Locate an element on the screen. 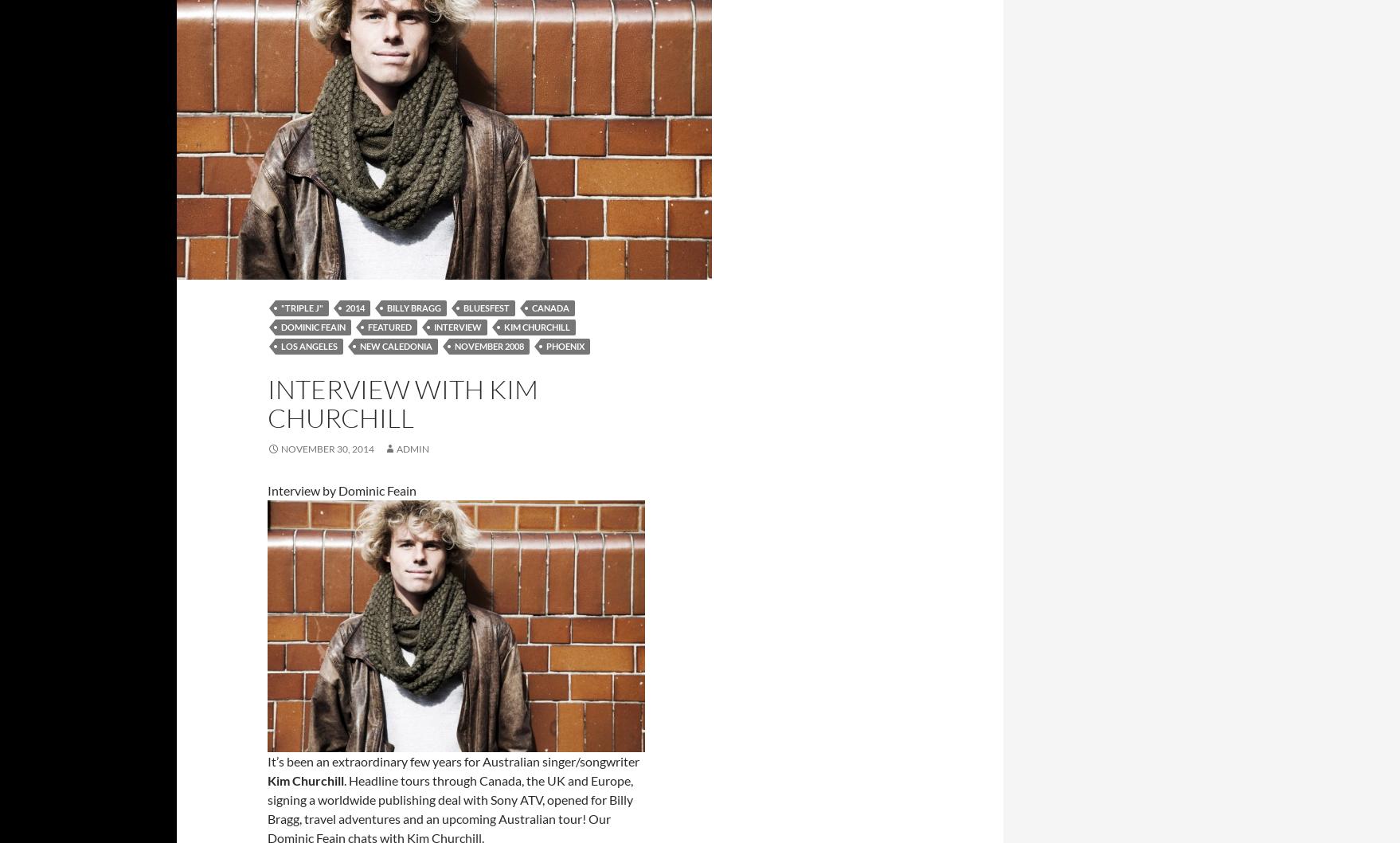  'Phoenix' is located at coordinates (565, 346).